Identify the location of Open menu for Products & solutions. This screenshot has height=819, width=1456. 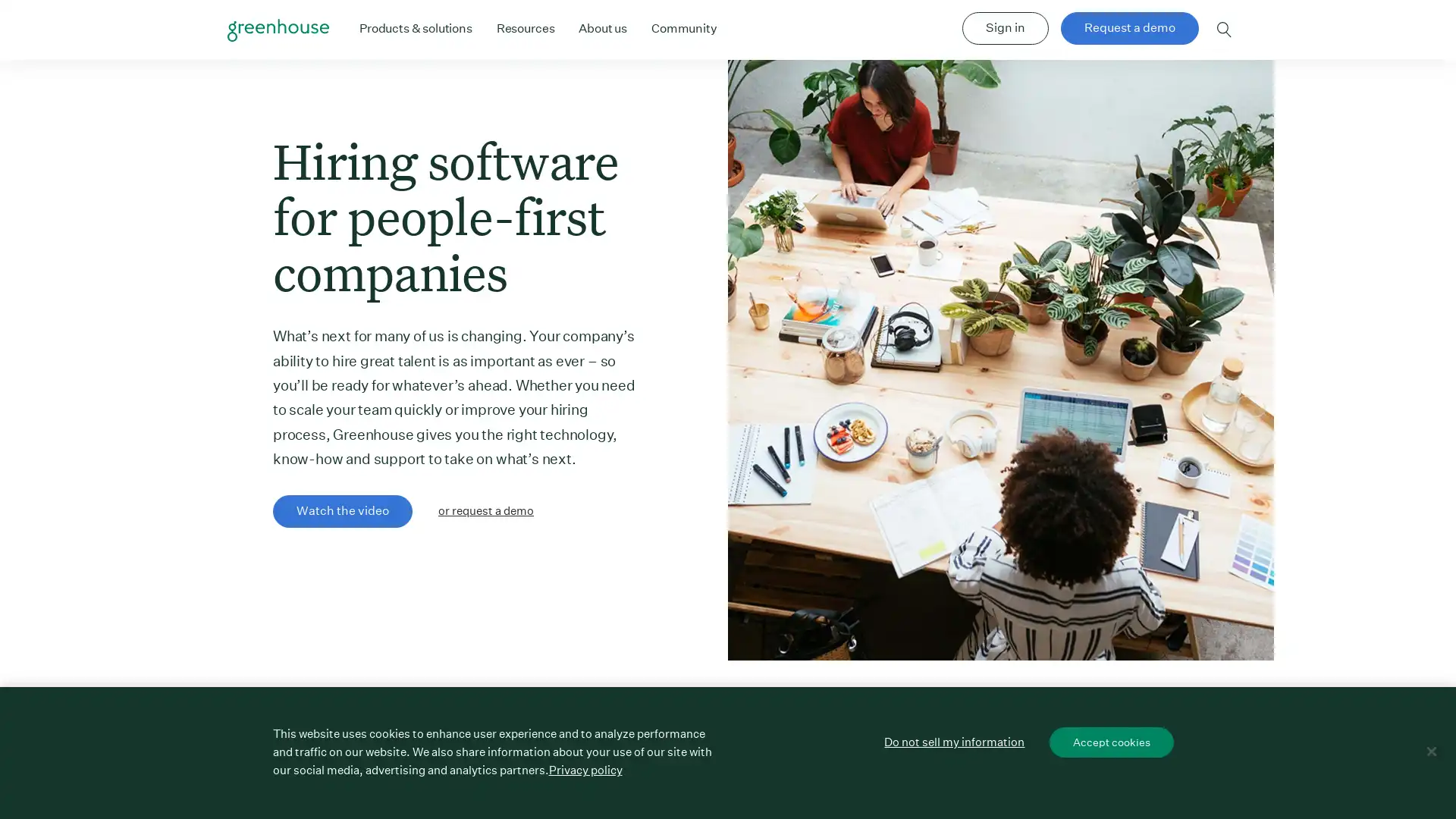
(415, 28).